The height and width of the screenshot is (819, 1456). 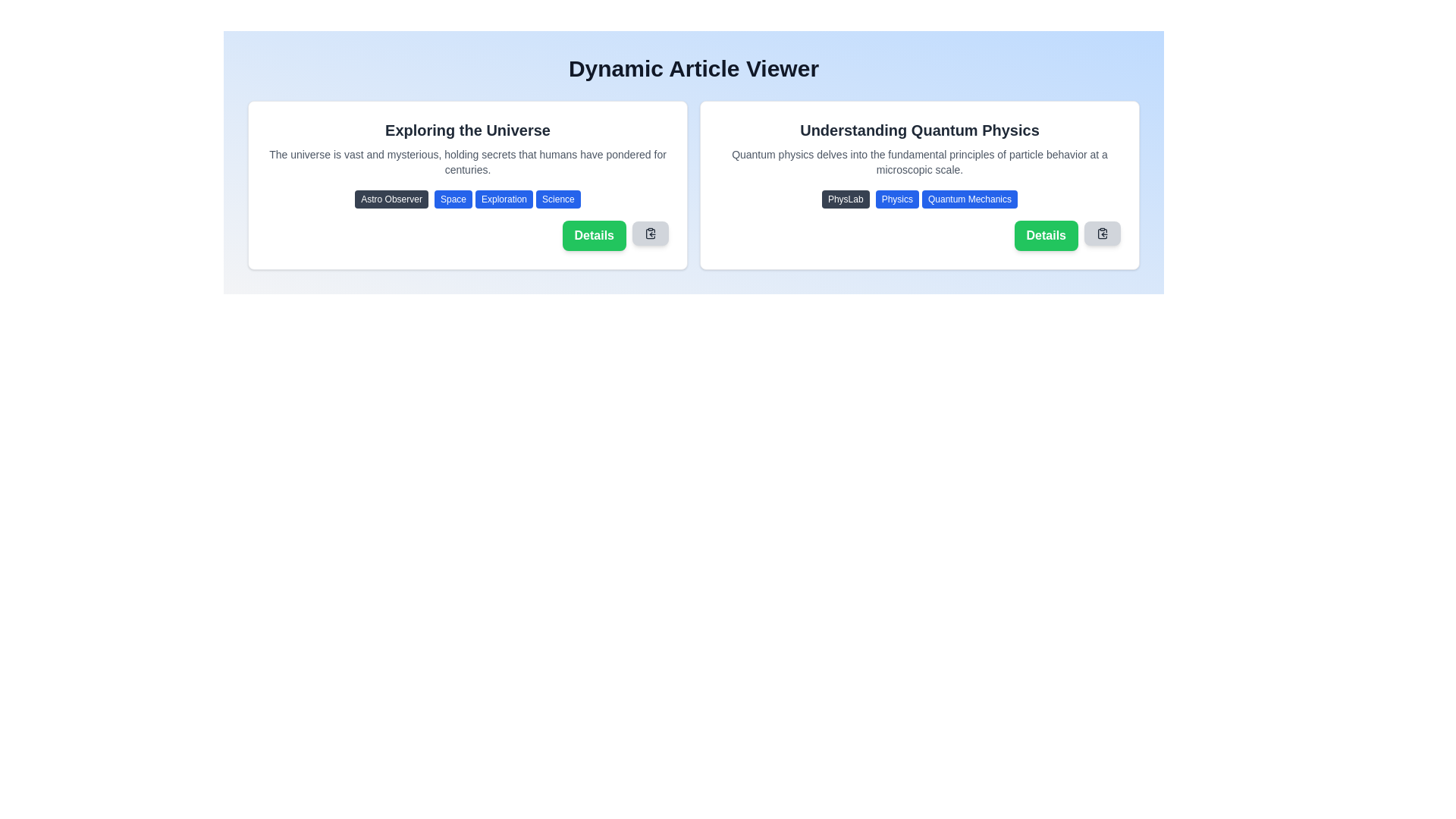 What do you see at coordinates (1103, 234) in the screenshot?
I see `the clipboard-shaped icon with a gray outline located on the rightmost button of the article 'Understanding Quantum Physics'` at bounding box center [1103, 234].